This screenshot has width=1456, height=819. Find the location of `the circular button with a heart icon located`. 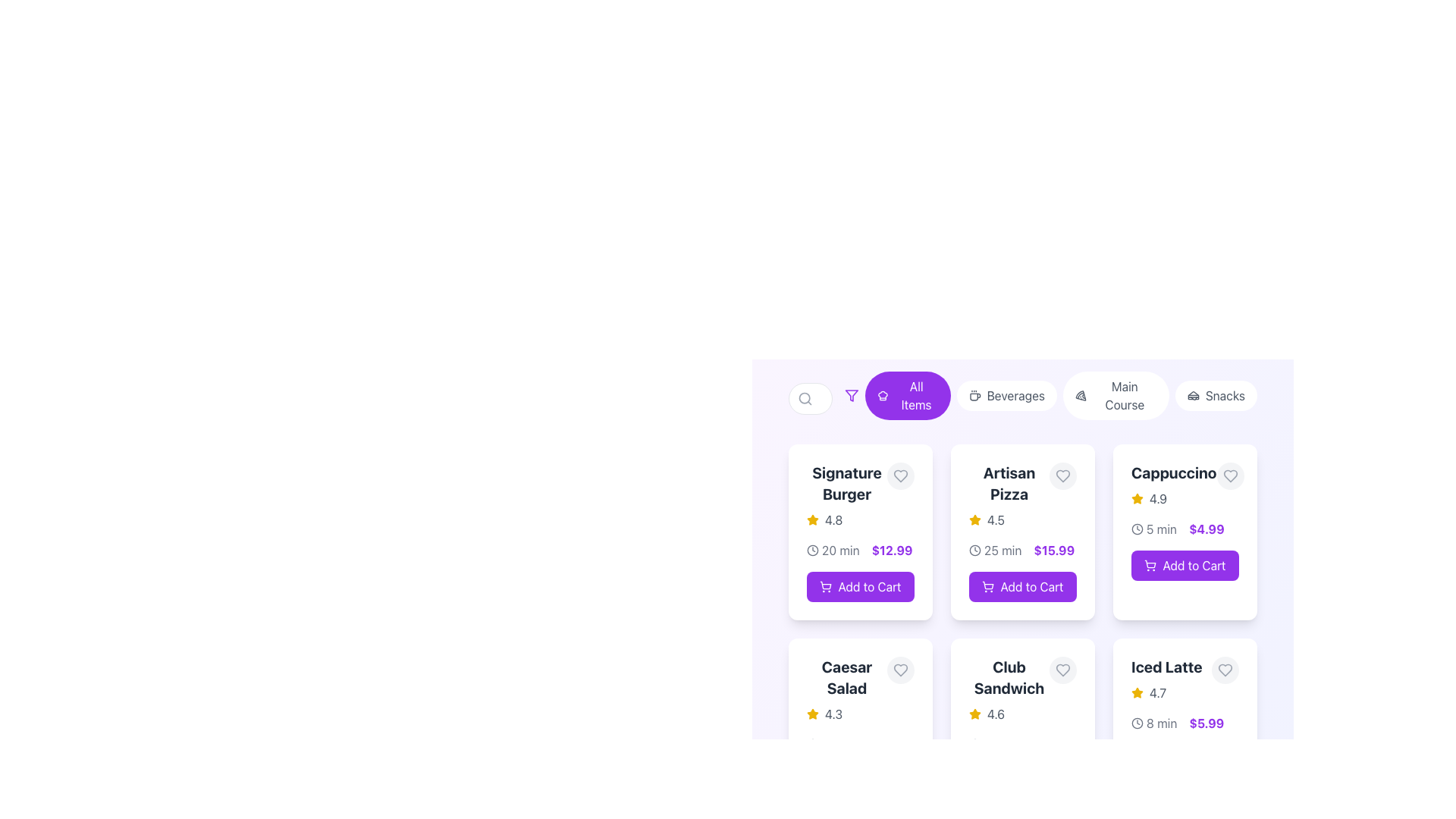

the circular button with a heart icon located is located at coordinates (901, 669).